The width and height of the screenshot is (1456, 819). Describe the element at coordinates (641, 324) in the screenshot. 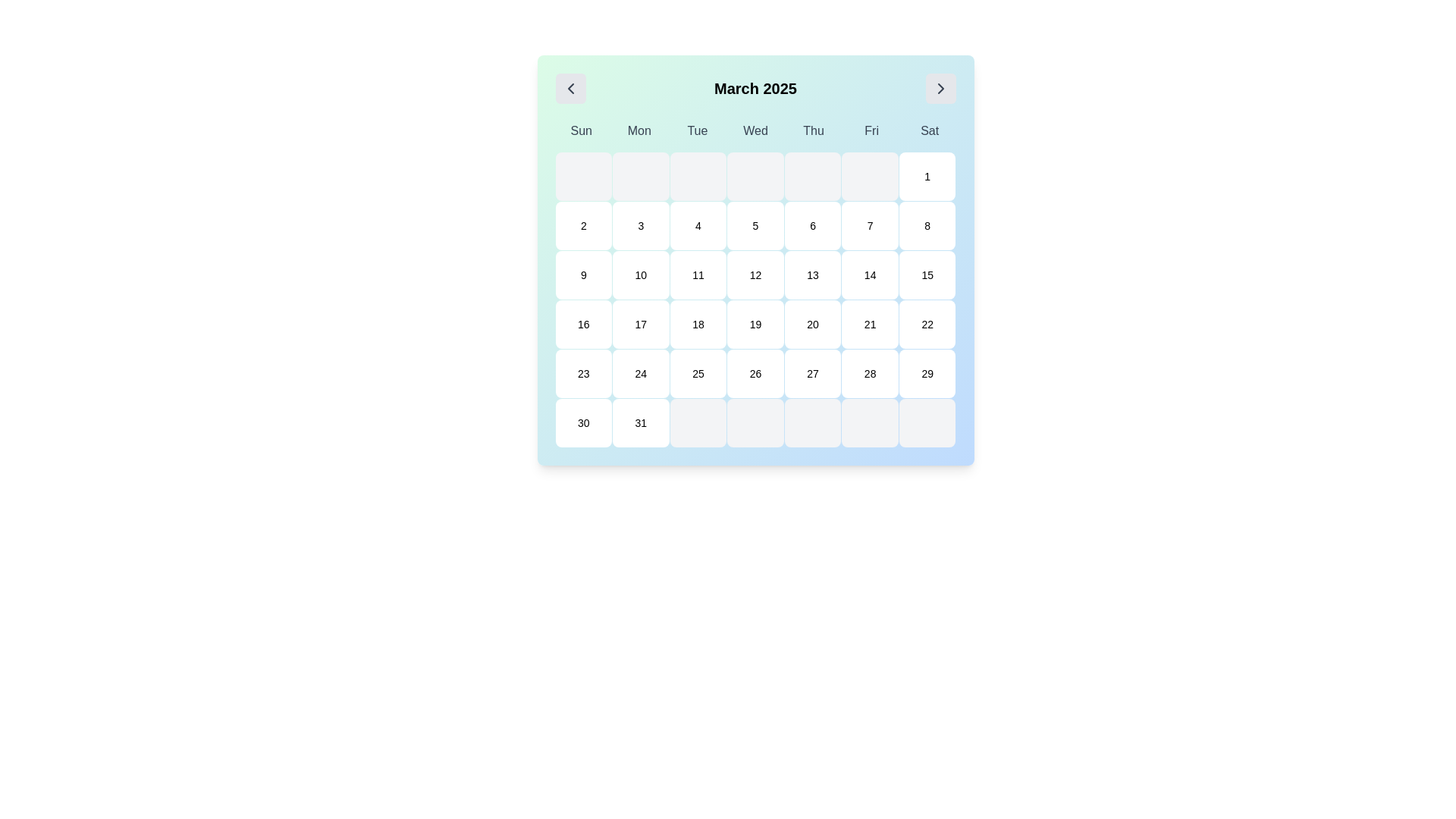

I see `the button representing the date '17' in the calendar view` at that location.